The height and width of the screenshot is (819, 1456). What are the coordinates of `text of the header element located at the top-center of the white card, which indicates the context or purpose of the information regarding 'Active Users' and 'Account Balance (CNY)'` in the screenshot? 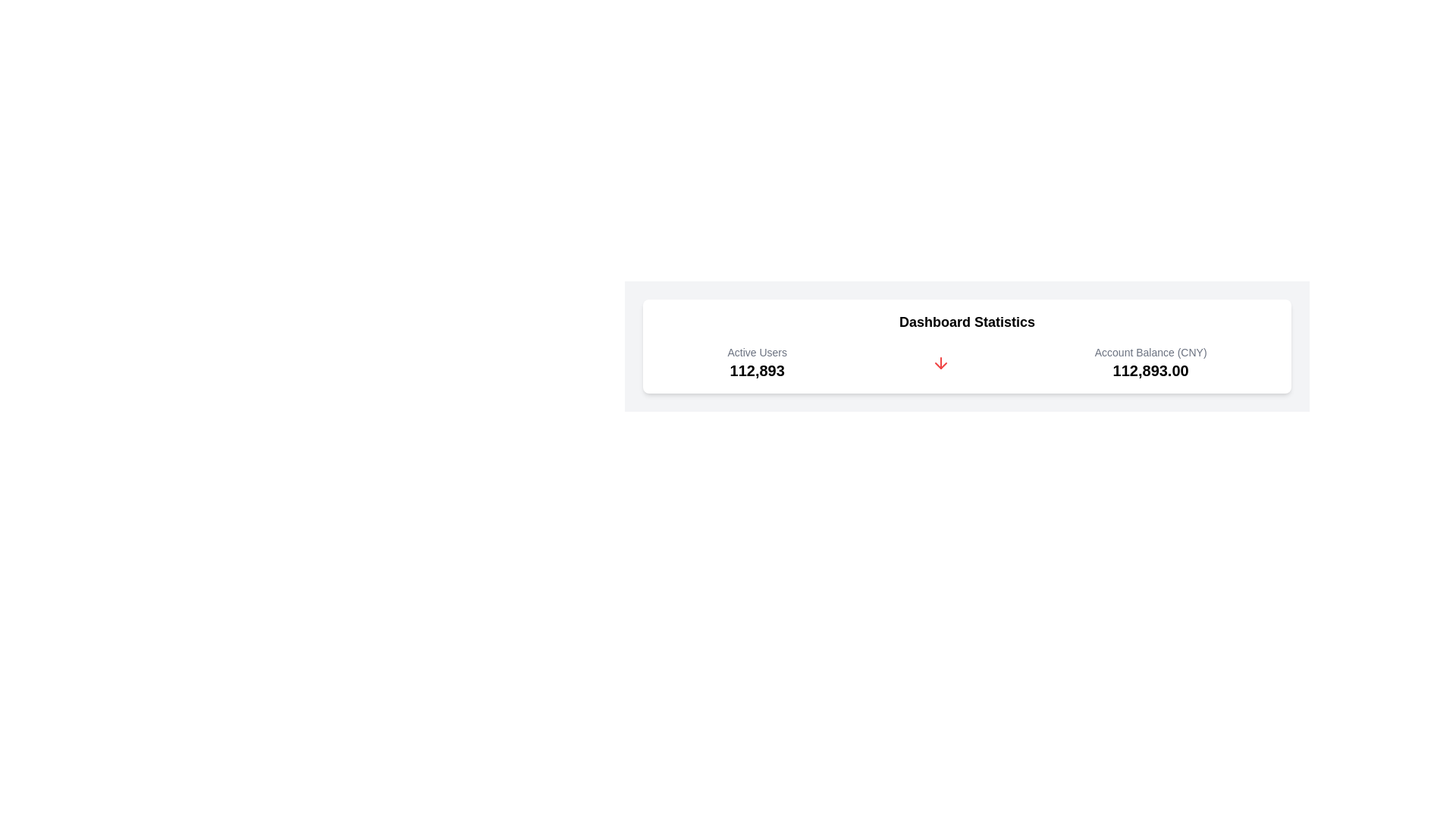 It's located at (966, 321).